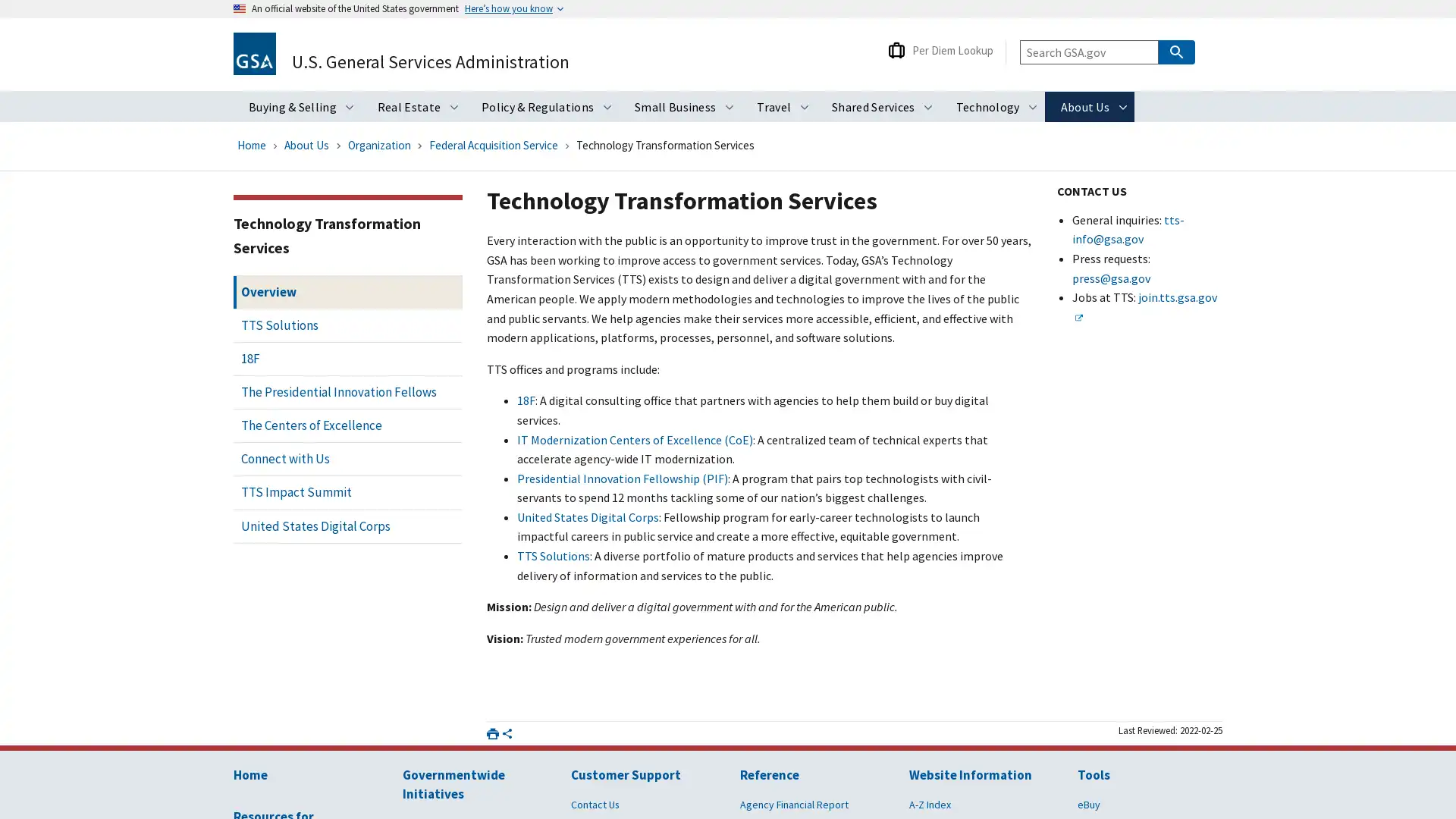  Describe the element at coordinates (509, 8) in the screenshot. I see `Heres how you know` at that location.